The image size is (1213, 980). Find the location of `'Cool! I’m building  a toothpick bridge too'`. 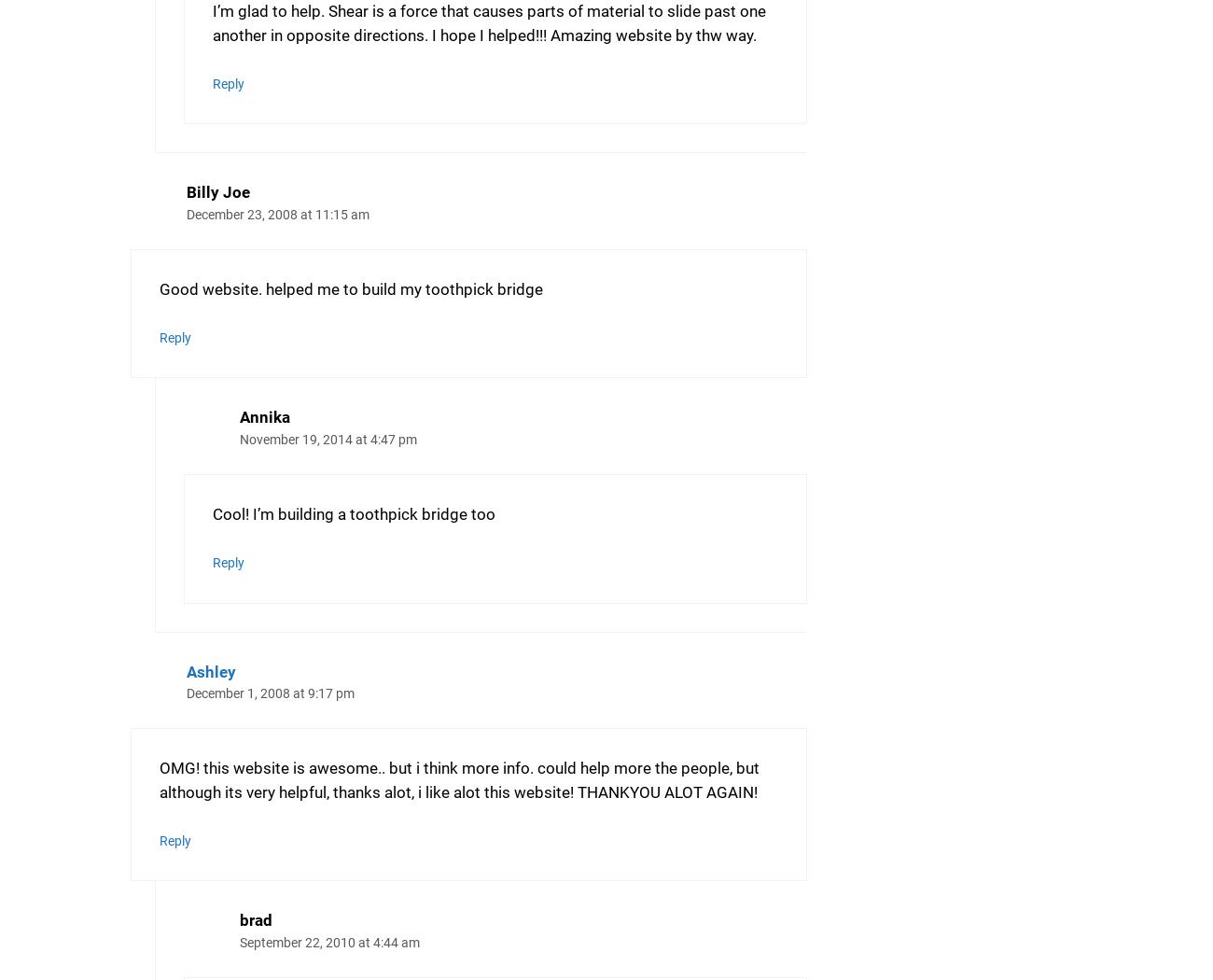

'Cool! I’m building  a toothpick bridge too' is located at coordinates (352, 514).